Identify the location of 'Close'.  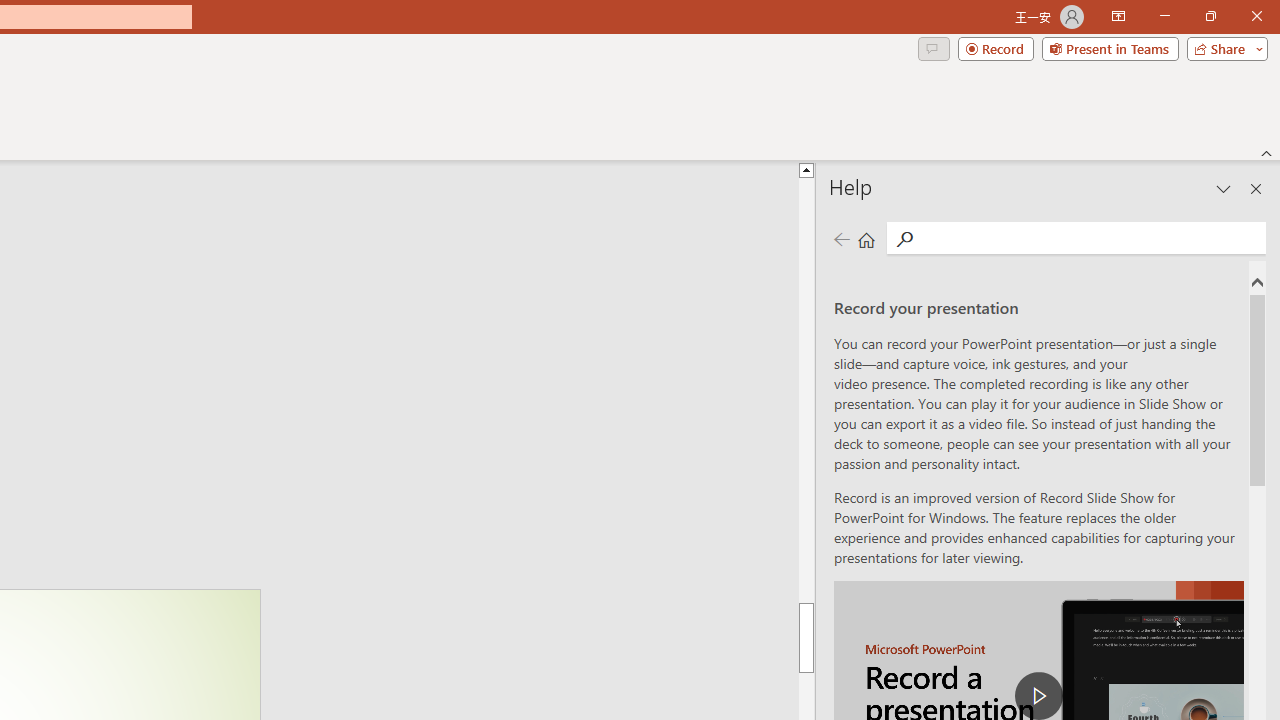
(1255, 16).